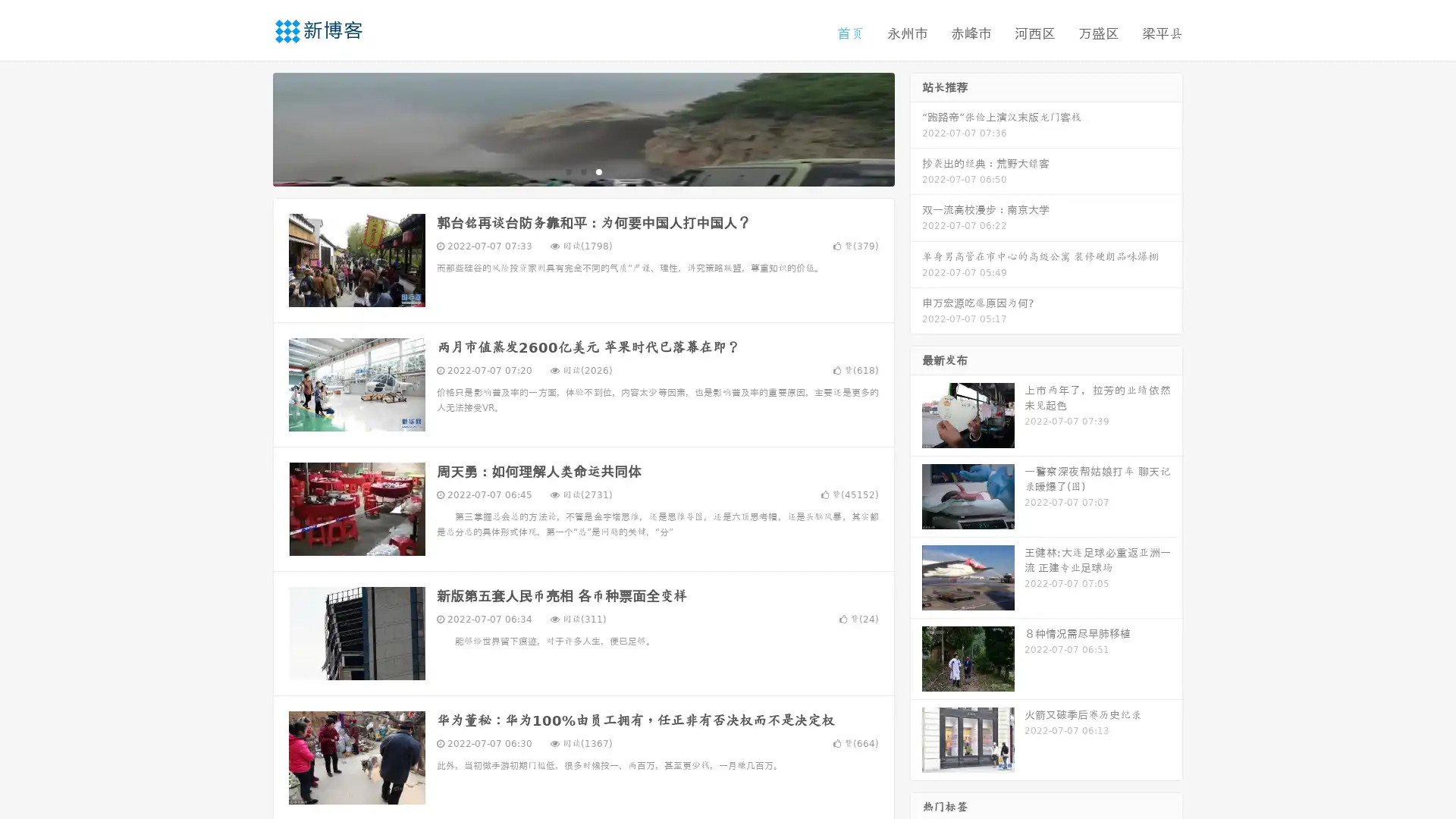  What do you see at coordinates (582, 171) in the screenshot?
I see `Go to slide 2` at bounding box center [582, 171].